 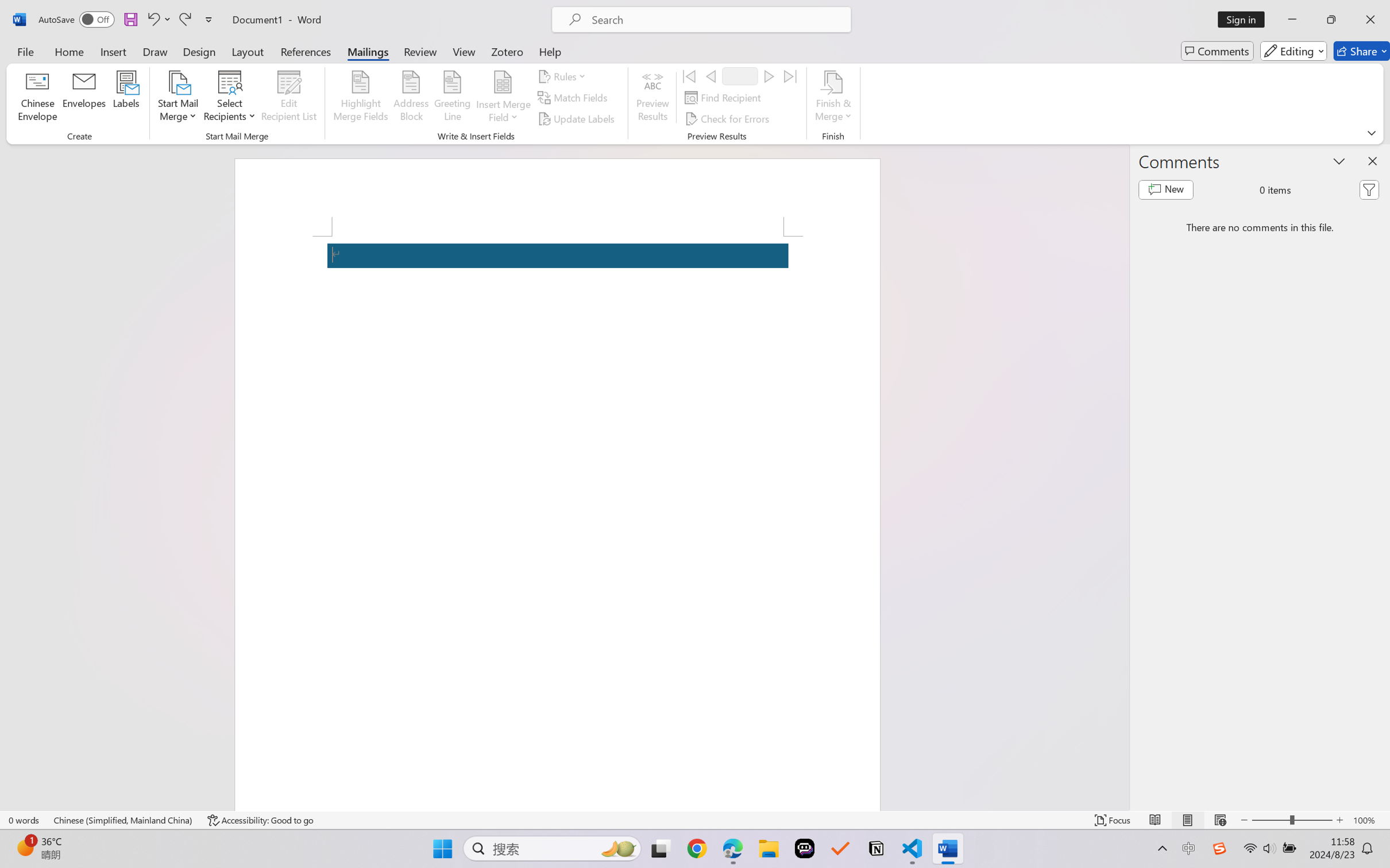 What do you see at coordinates (503, 82) in the screenshot?
I see `'Insert Merge Field'` at bounding box center [503, 82].